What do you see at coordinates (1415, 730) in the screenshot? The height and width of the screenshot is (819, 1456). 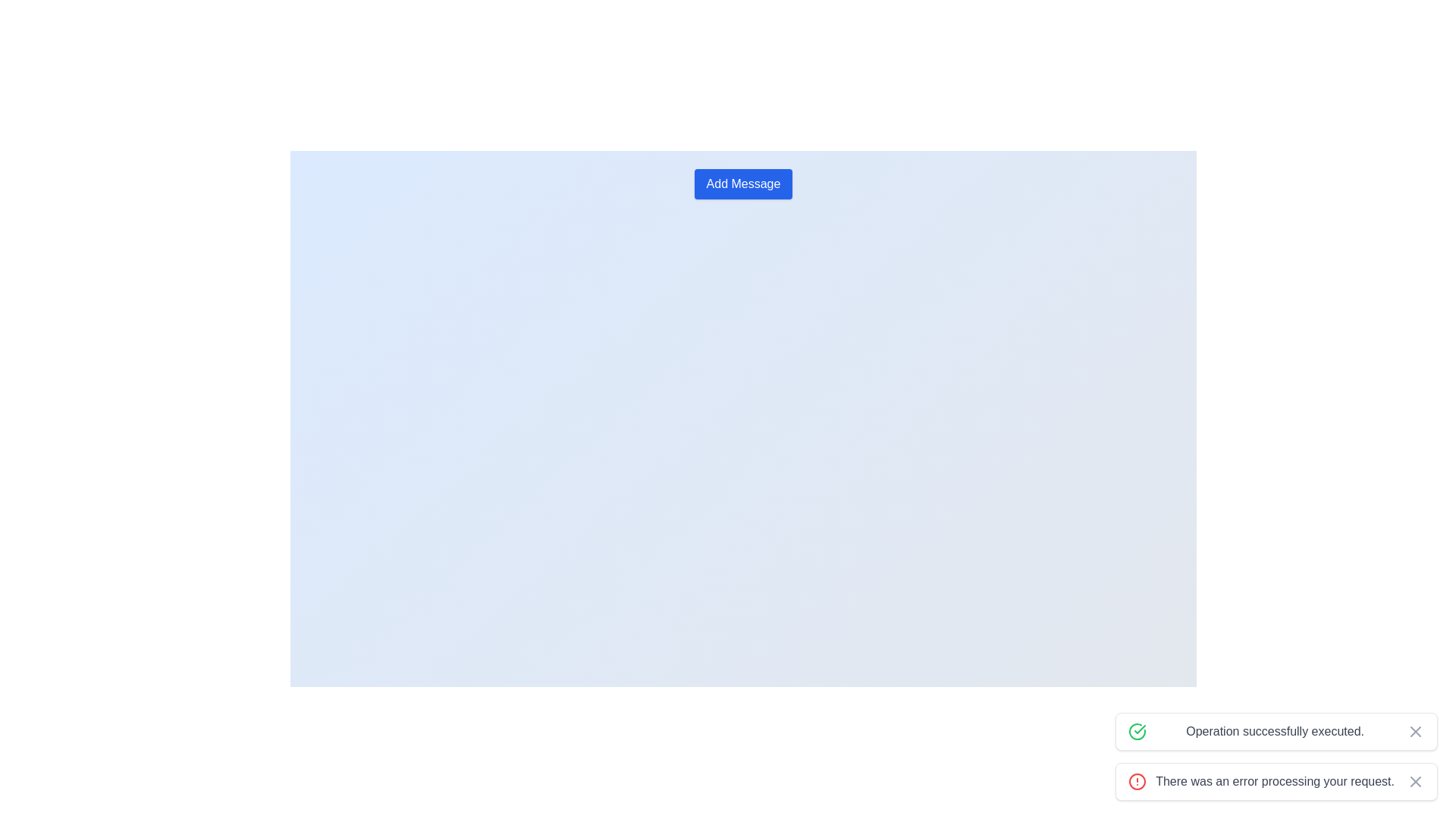 I see `the close button on the right side of the notification bar that displays 'Operation successfully executed.'` at bounding box center [1415, 730].